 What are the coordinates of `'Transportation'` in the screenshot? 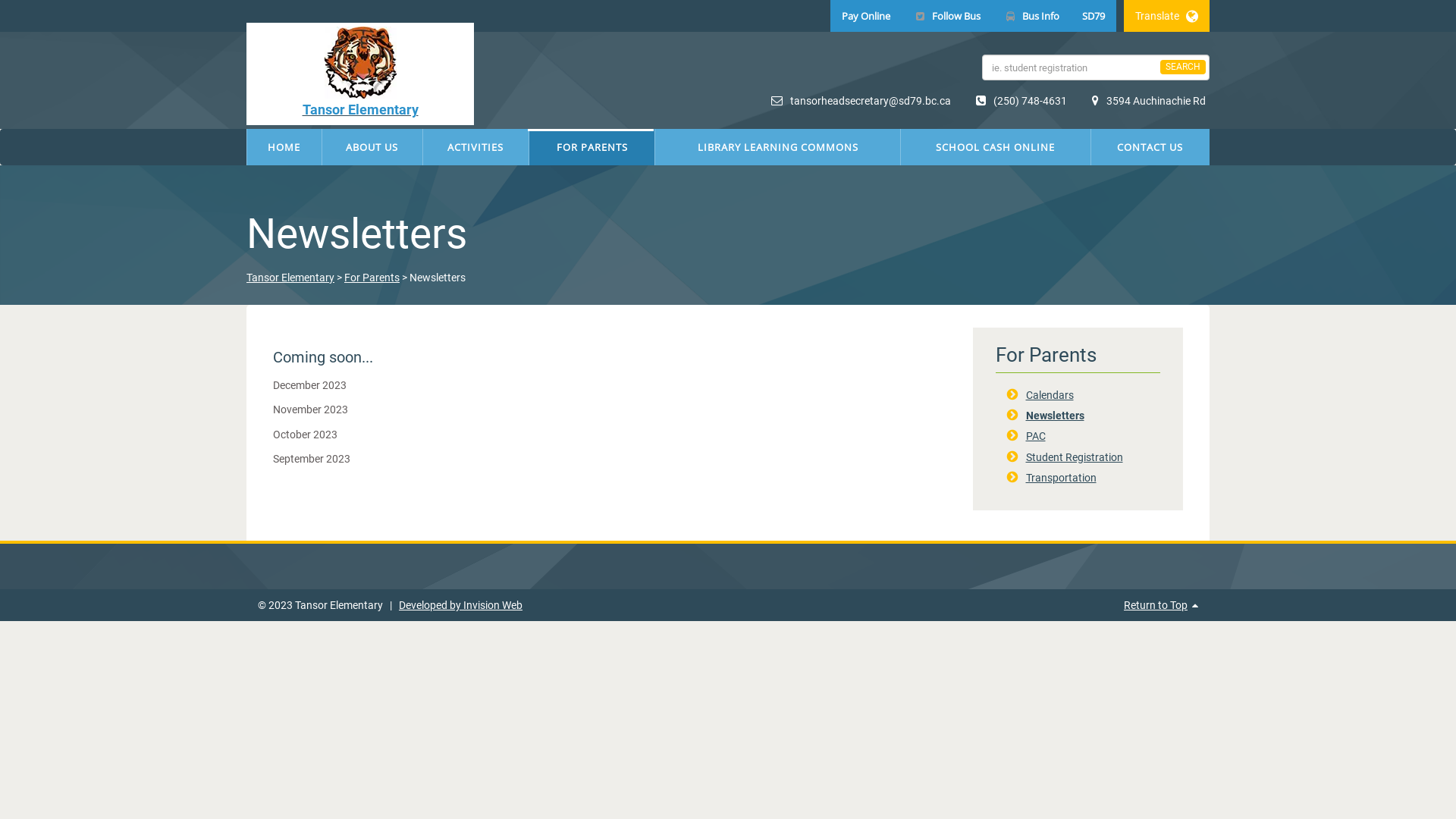 It's located at (1059, 476).